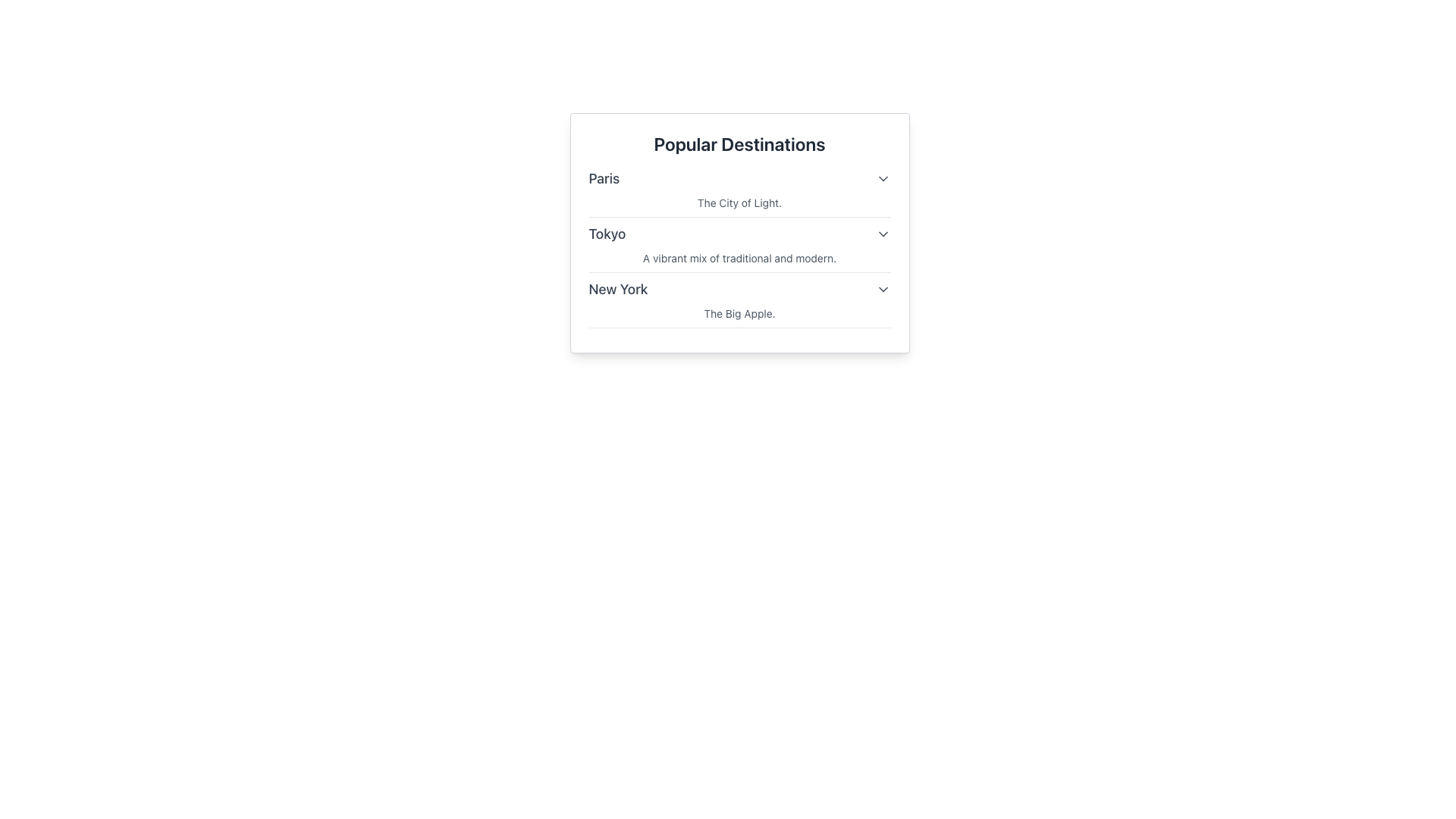  What do you see at coordinates (883, 289) in the screenshot?
I see `the chevron-down indicator located on the far-right side of the 'New York' text label in the third row of the 'Popular Destinations' dropdown` at bounding box center [883, 289].